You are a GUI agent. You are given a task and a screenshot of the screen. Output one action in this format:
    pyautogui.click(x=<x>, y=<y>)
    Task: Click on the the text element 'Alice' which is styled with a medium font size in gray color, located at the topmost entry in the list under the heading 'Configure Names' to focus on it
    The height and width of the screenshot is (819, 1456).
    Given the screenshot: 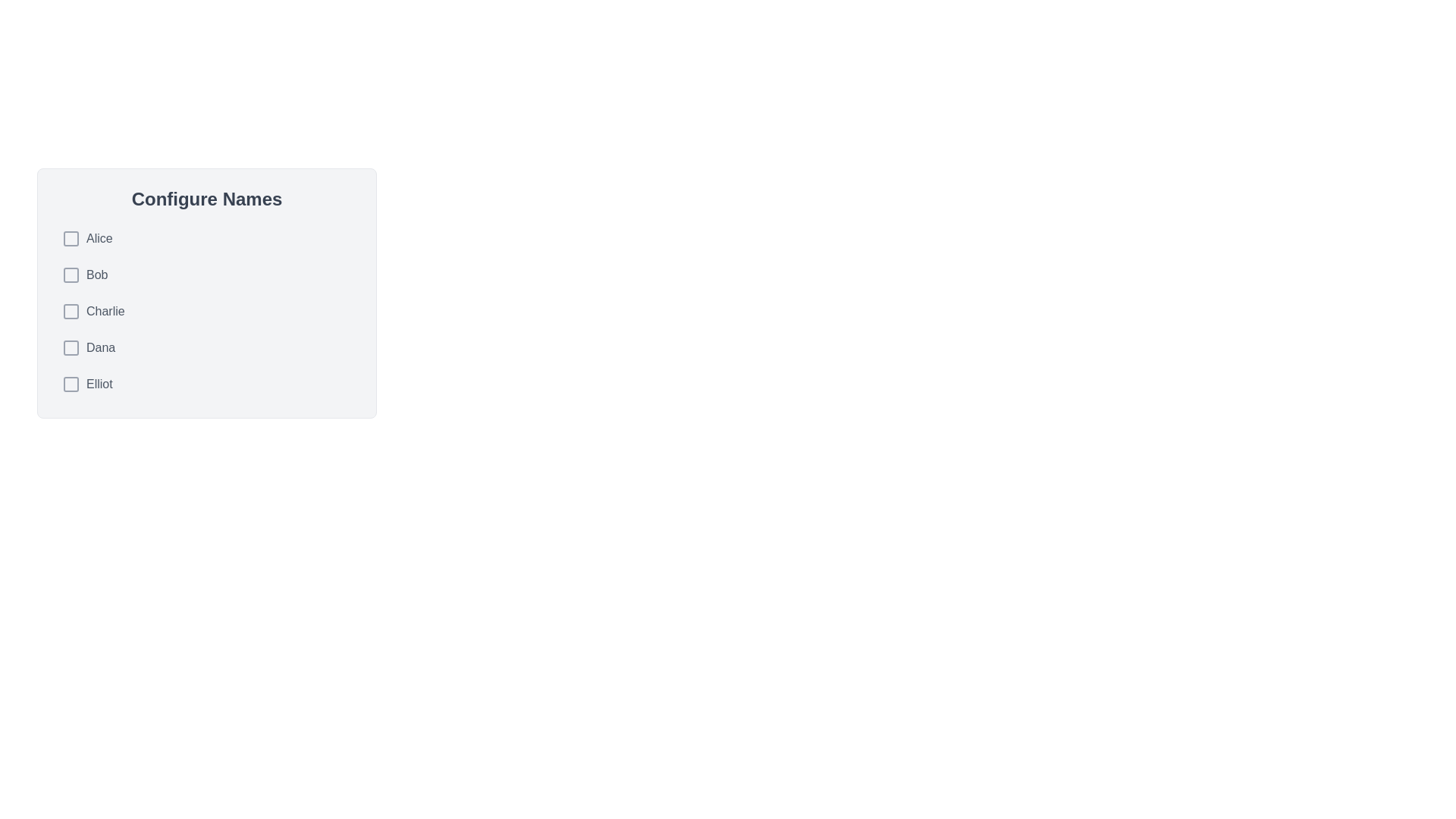 What is the action you would take?
    pyautogui.click(x=99, y=239)
    